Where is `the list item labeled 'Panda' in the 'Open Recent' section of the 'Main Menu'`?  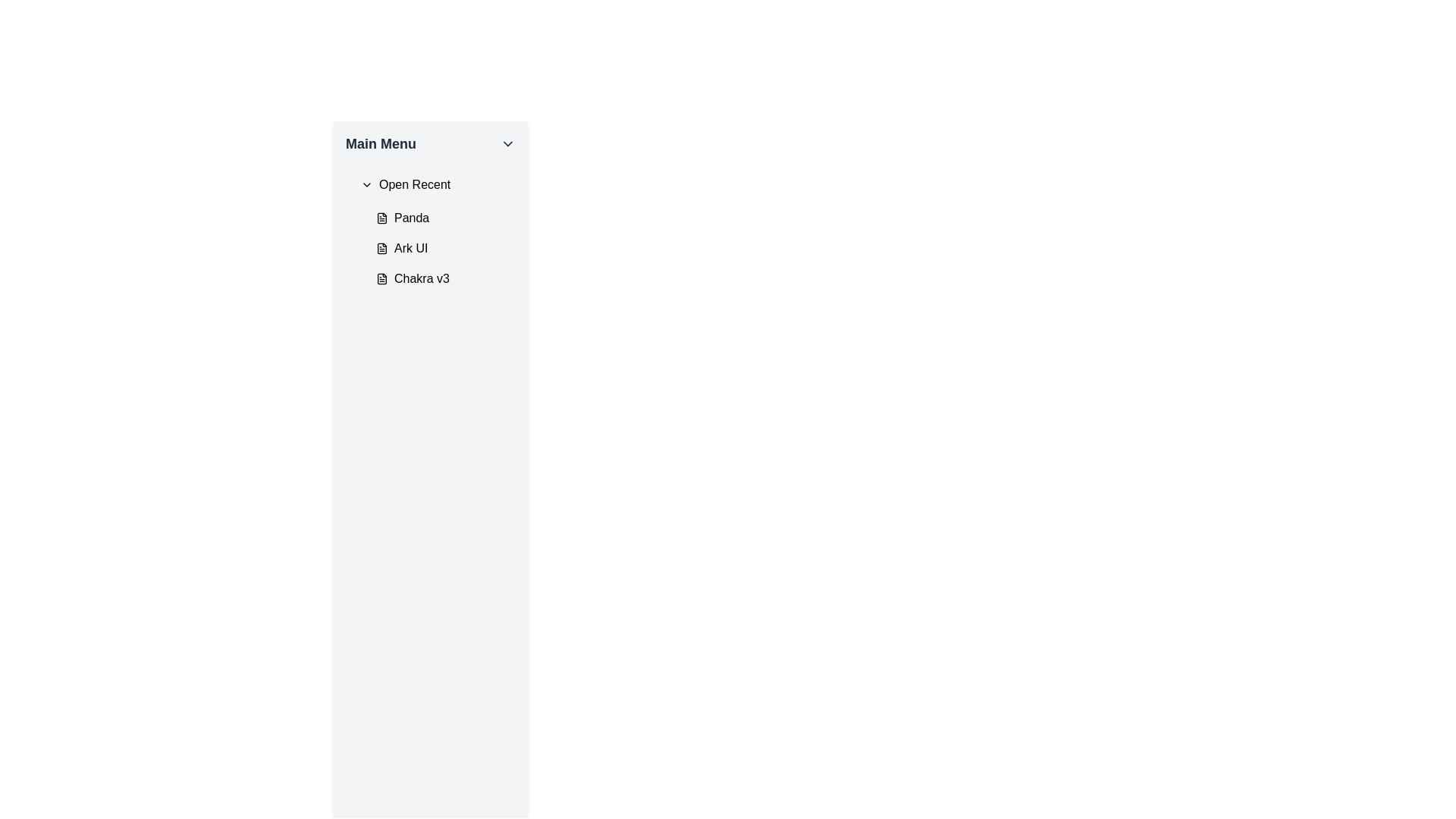
the list item labeled 'Panda' in the 'Open Recent' section of the 'Main Menu' is located at coordinates (429, 231).